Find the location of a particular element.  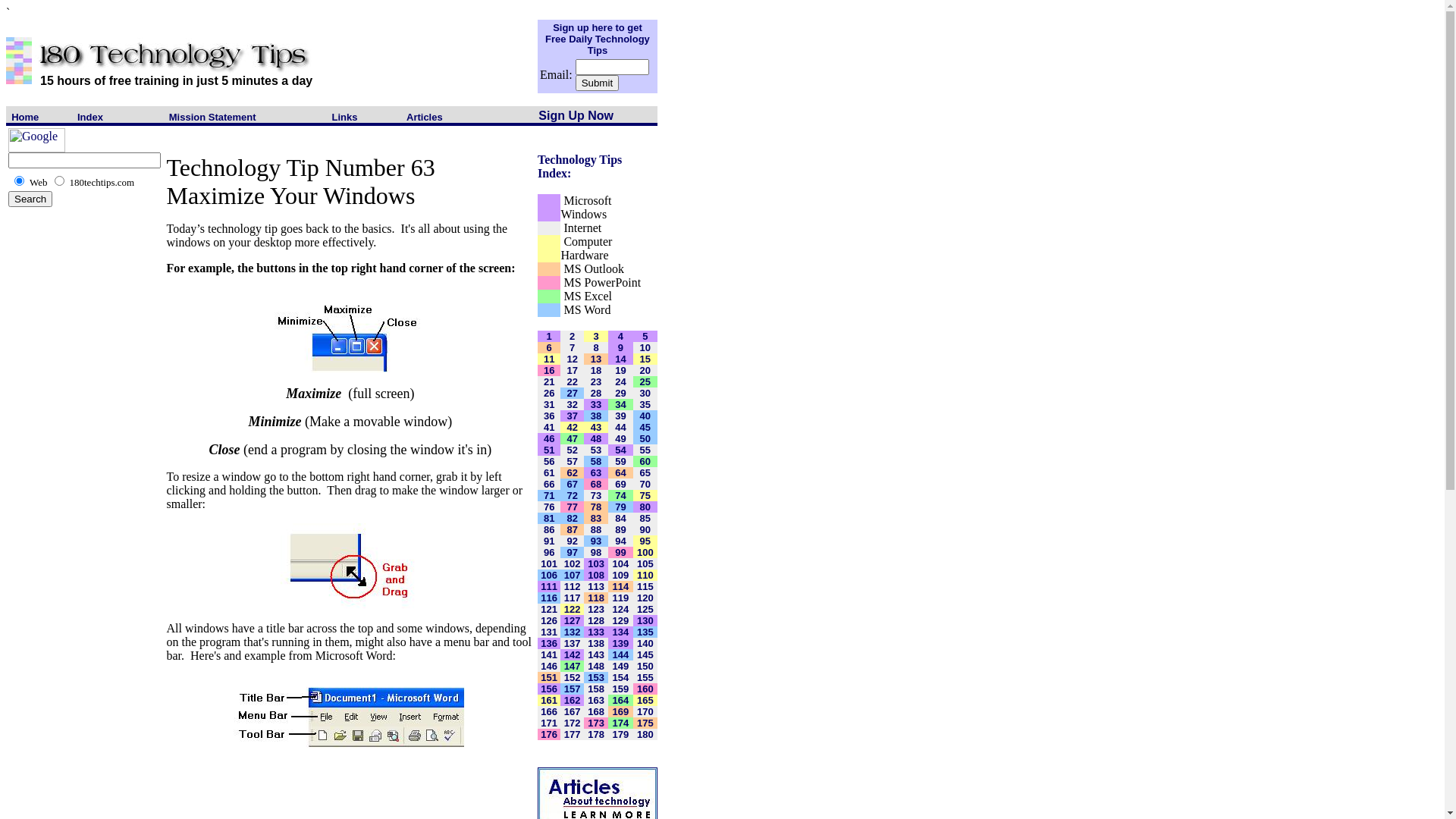

'88' is located at coordinates (595, 529).